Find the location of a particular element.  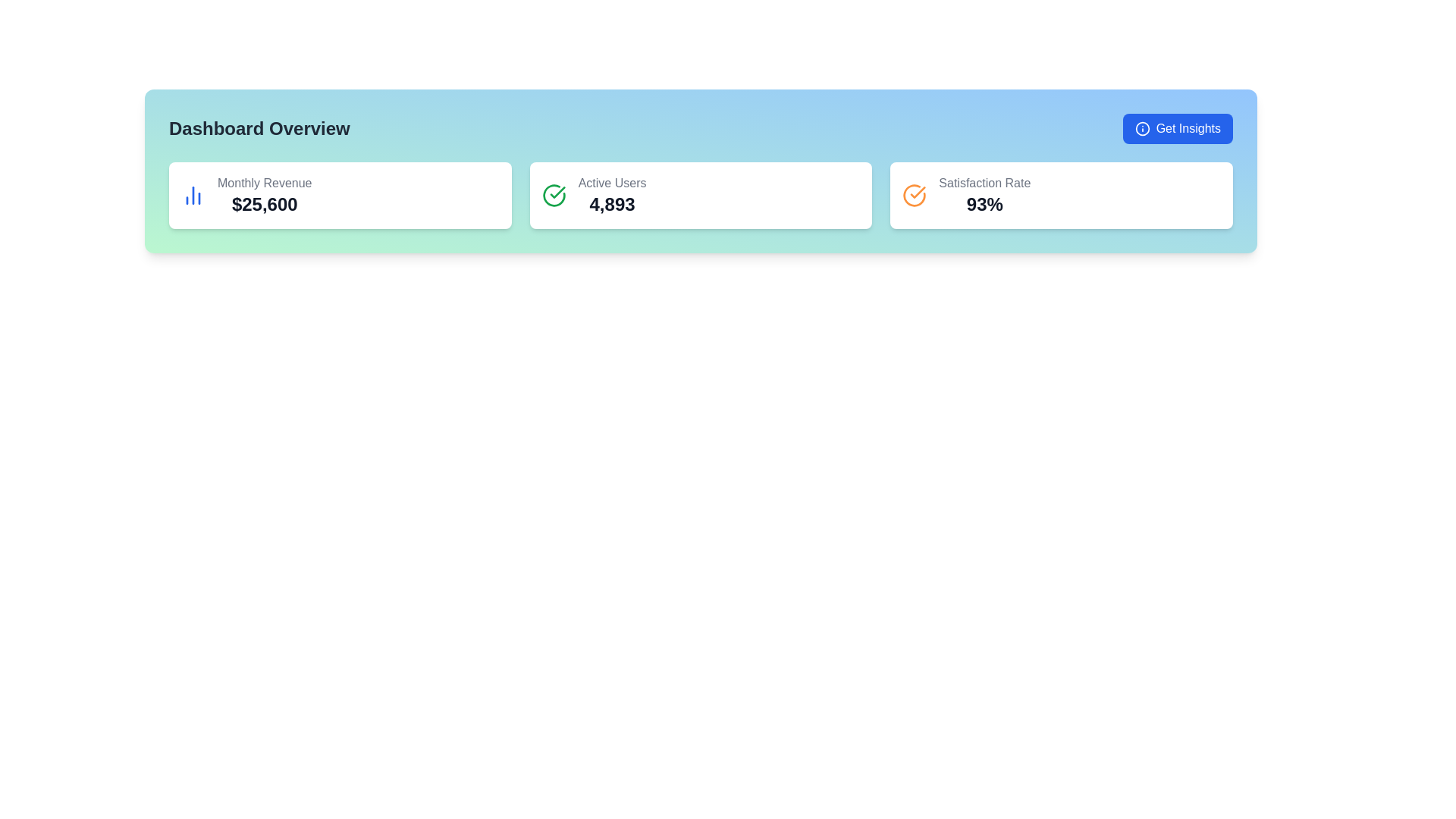

the icon located on the left side of the 'Get Insights' button, which serves as an indicator enhancing the button's purpose is located at coordinates (1142, 127).